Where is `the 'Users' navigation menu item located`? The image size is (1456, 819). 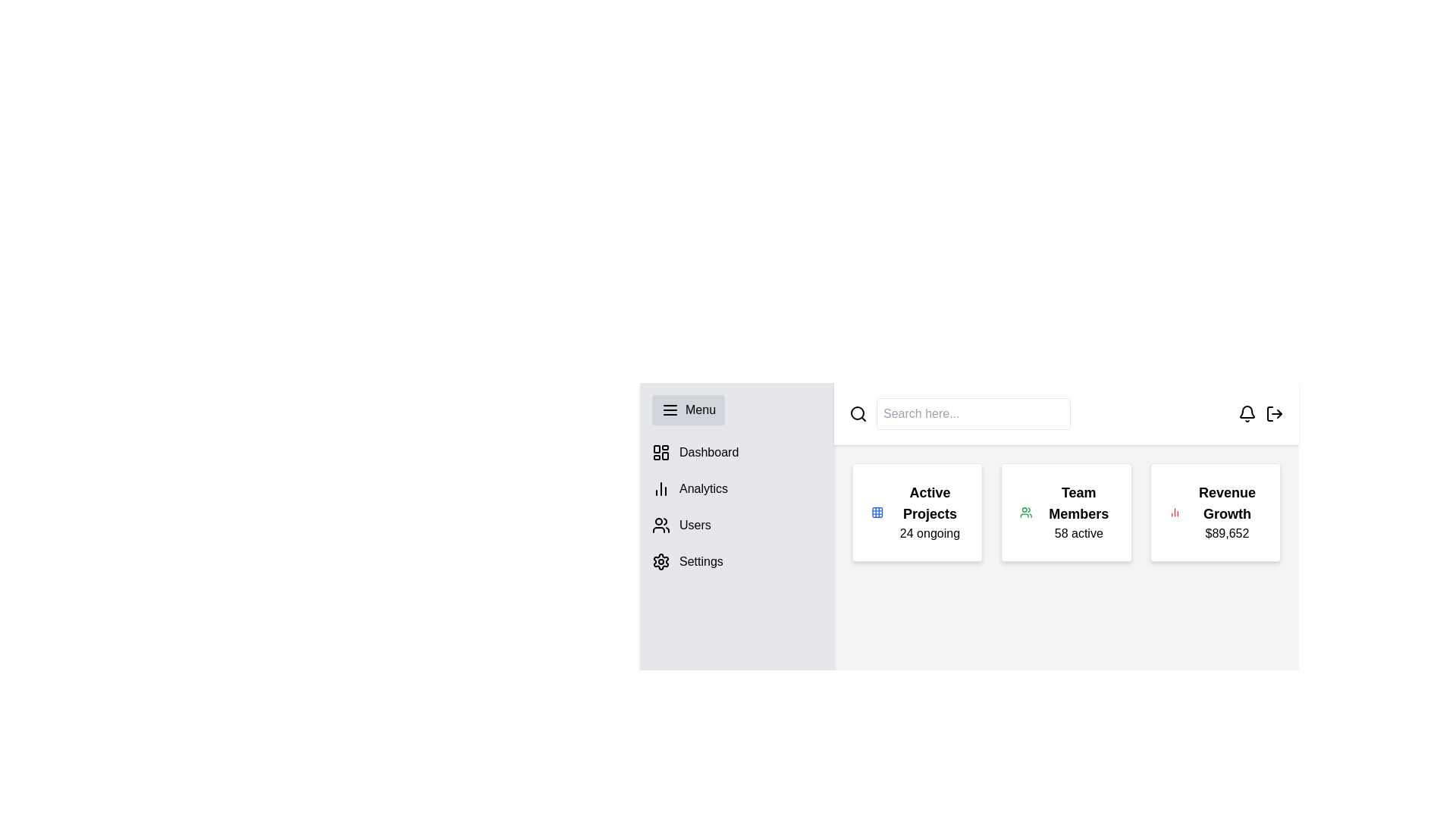 the 'Users' navigation menu item located is located at coordinates (736, 525).